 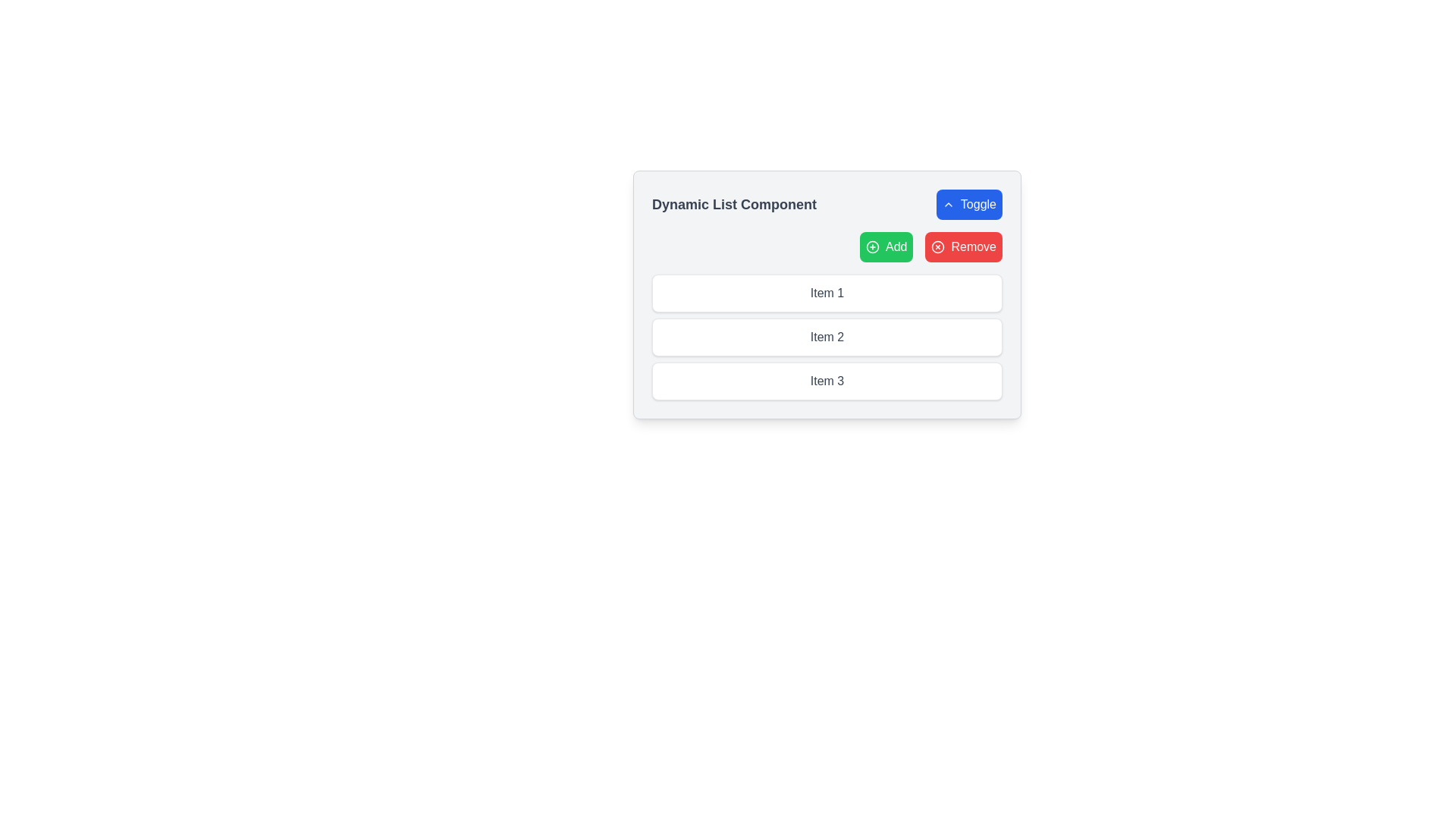 What do you see at coordinates (886, 246) in the screenshot?
I see `the 'Add' button, which is a rectangular button with a green background and white text, located at the bottom right of the 'Dynamic List Component'` at bounding box center [886, 246].